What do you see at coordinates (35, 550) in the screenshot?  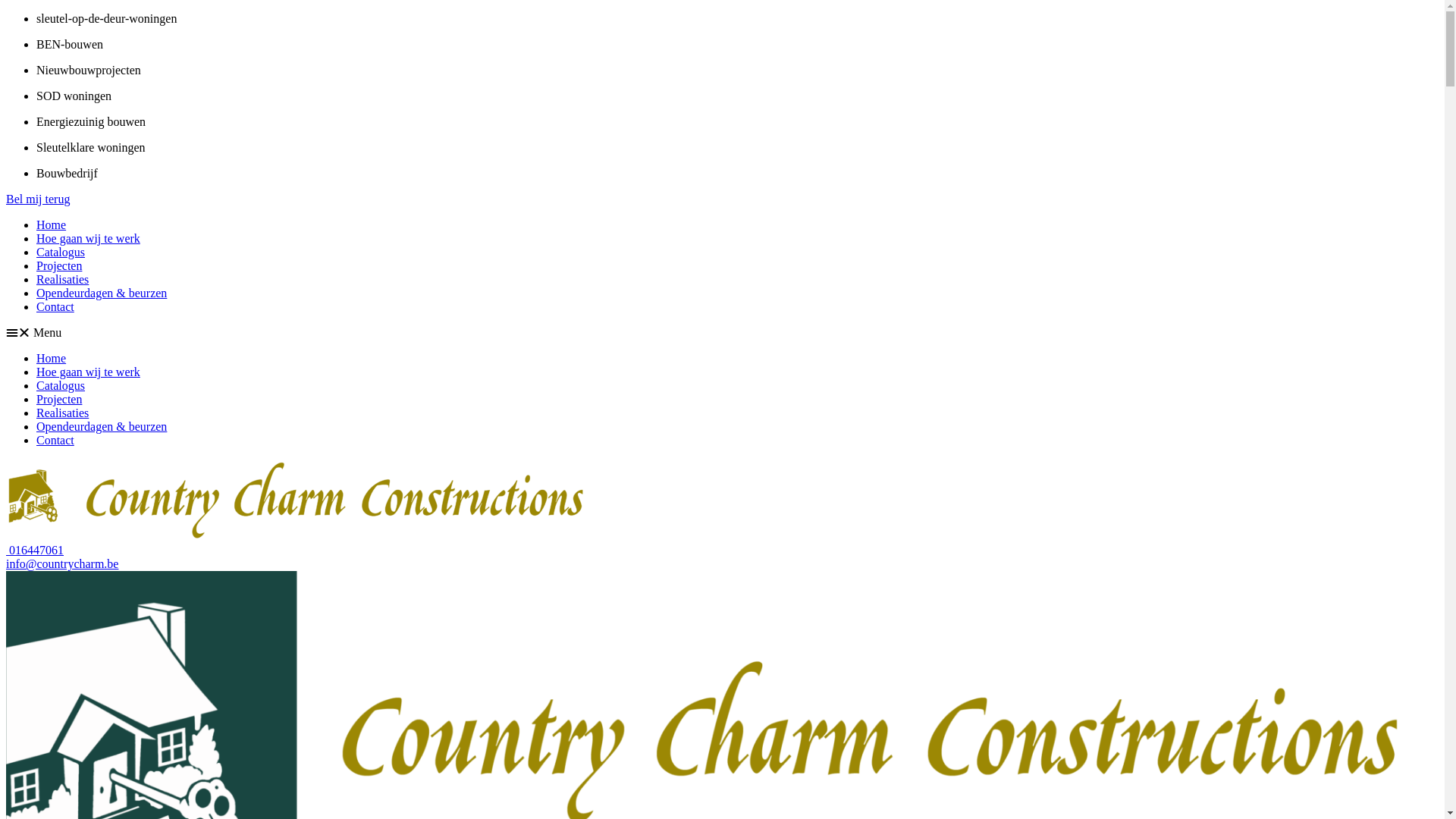 I see `' 016447061'` at bounding box center [35, 550].